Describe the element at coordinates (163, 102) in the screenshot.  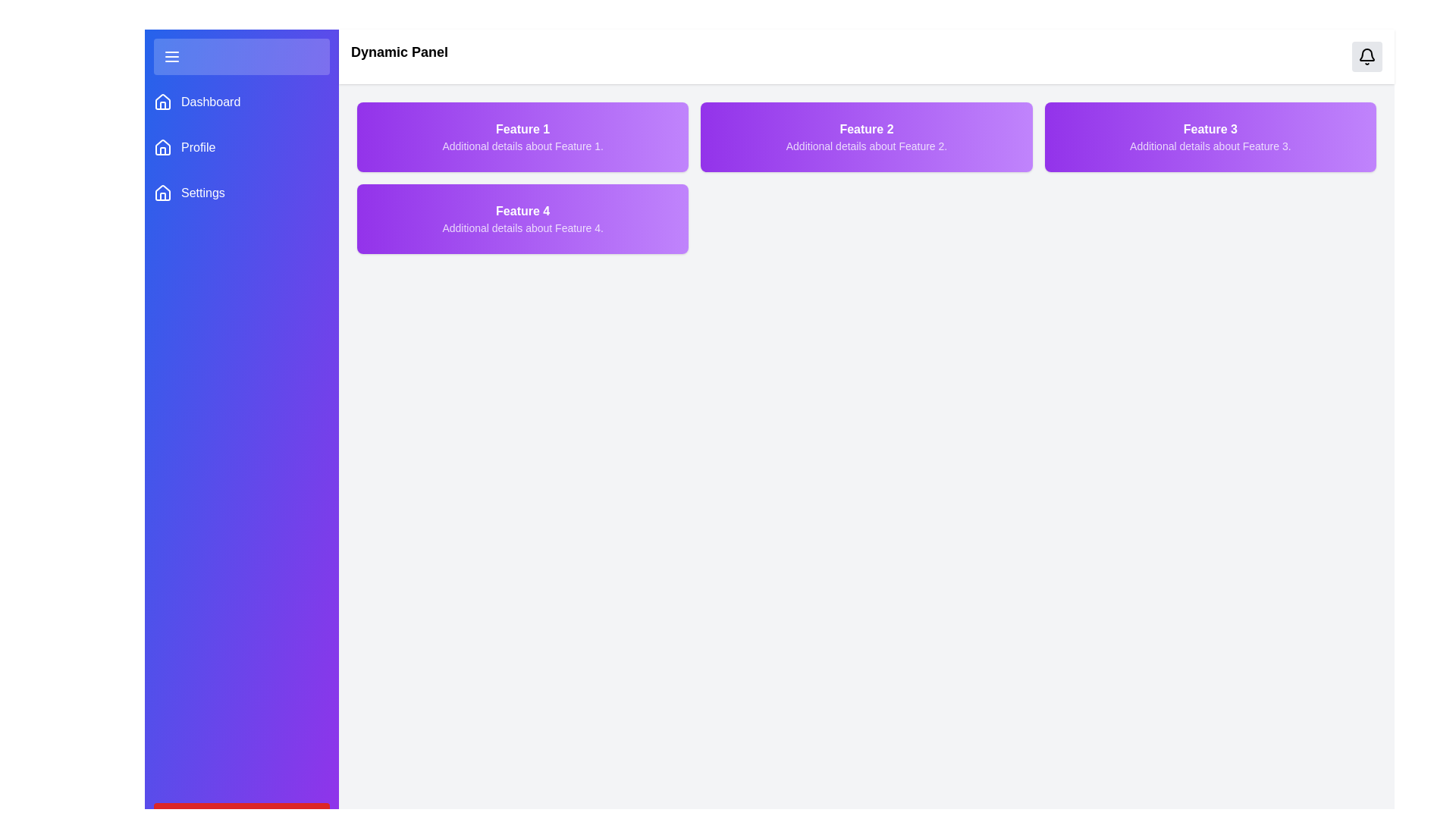
I see `the home icon located in the navigation bar on the left-hand side, positioned at the top of the three vertical options` at that location.